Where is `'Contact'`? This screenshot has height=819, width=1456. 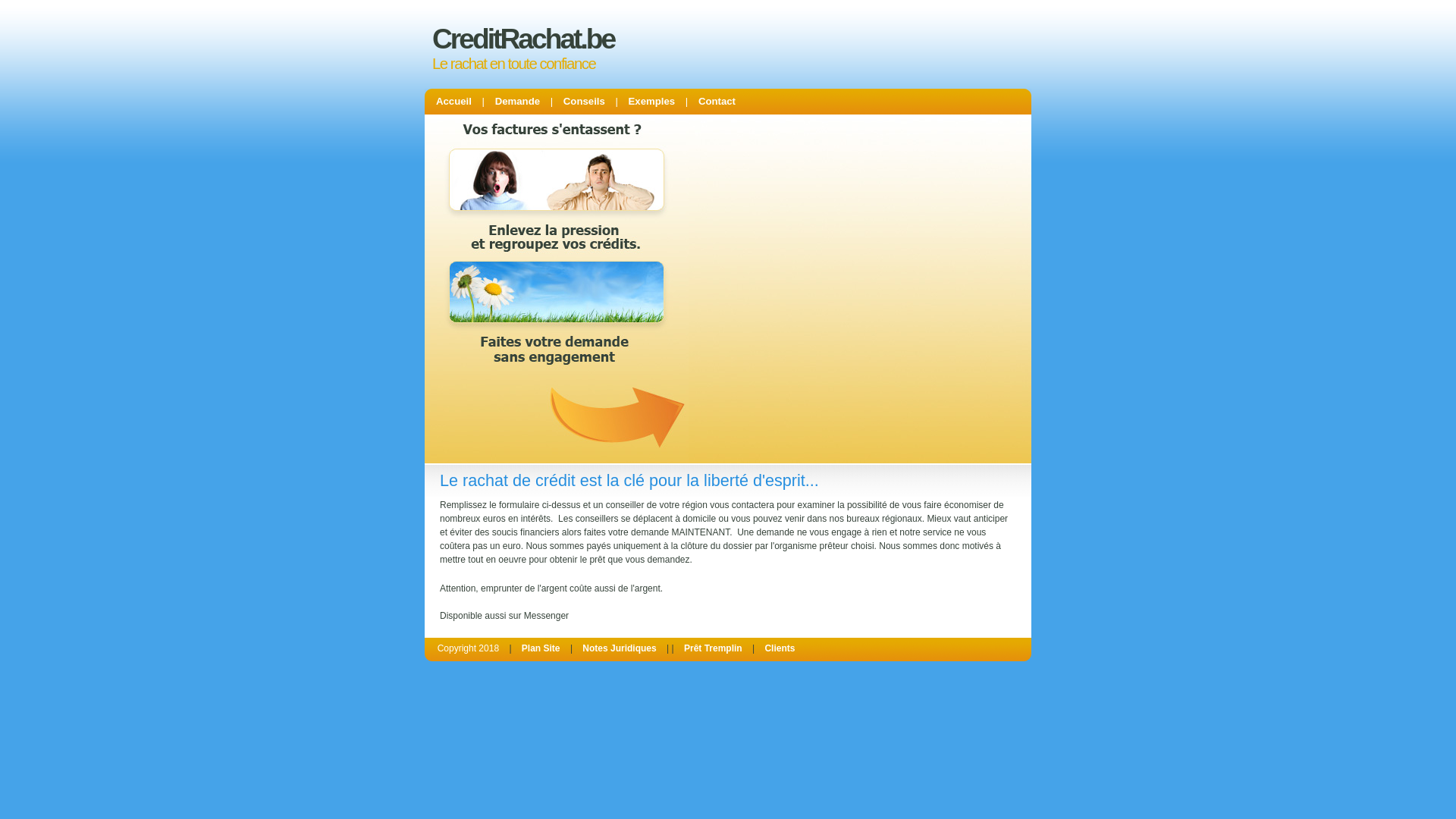
'Contact' is located at coordinates (690, 101).